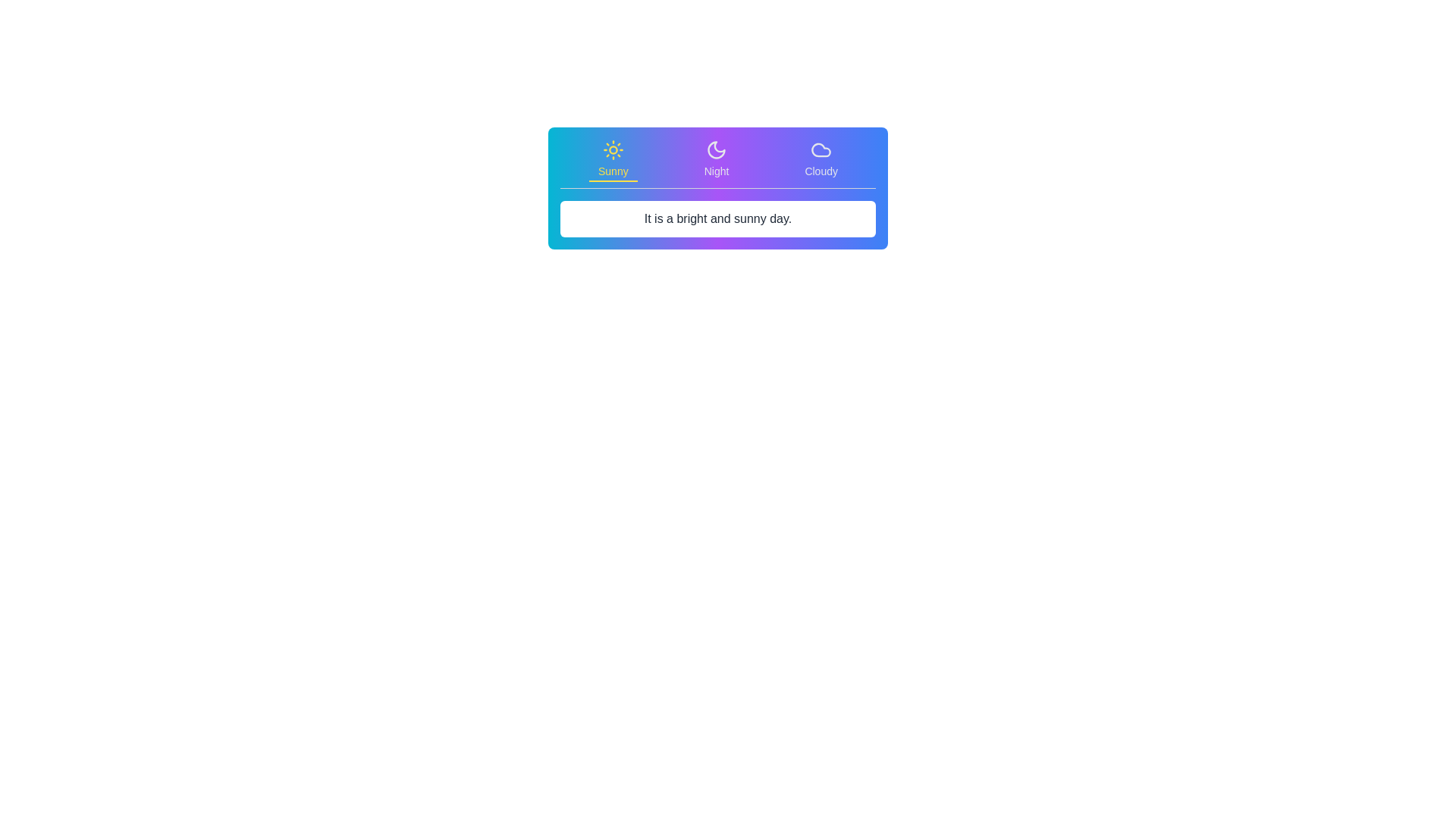 The image size is (1456, 819). I want to click on the 'Night' mode text label located in the center section of the three-weather-state options, positioned beneath a moon icon, so click(716, 171).